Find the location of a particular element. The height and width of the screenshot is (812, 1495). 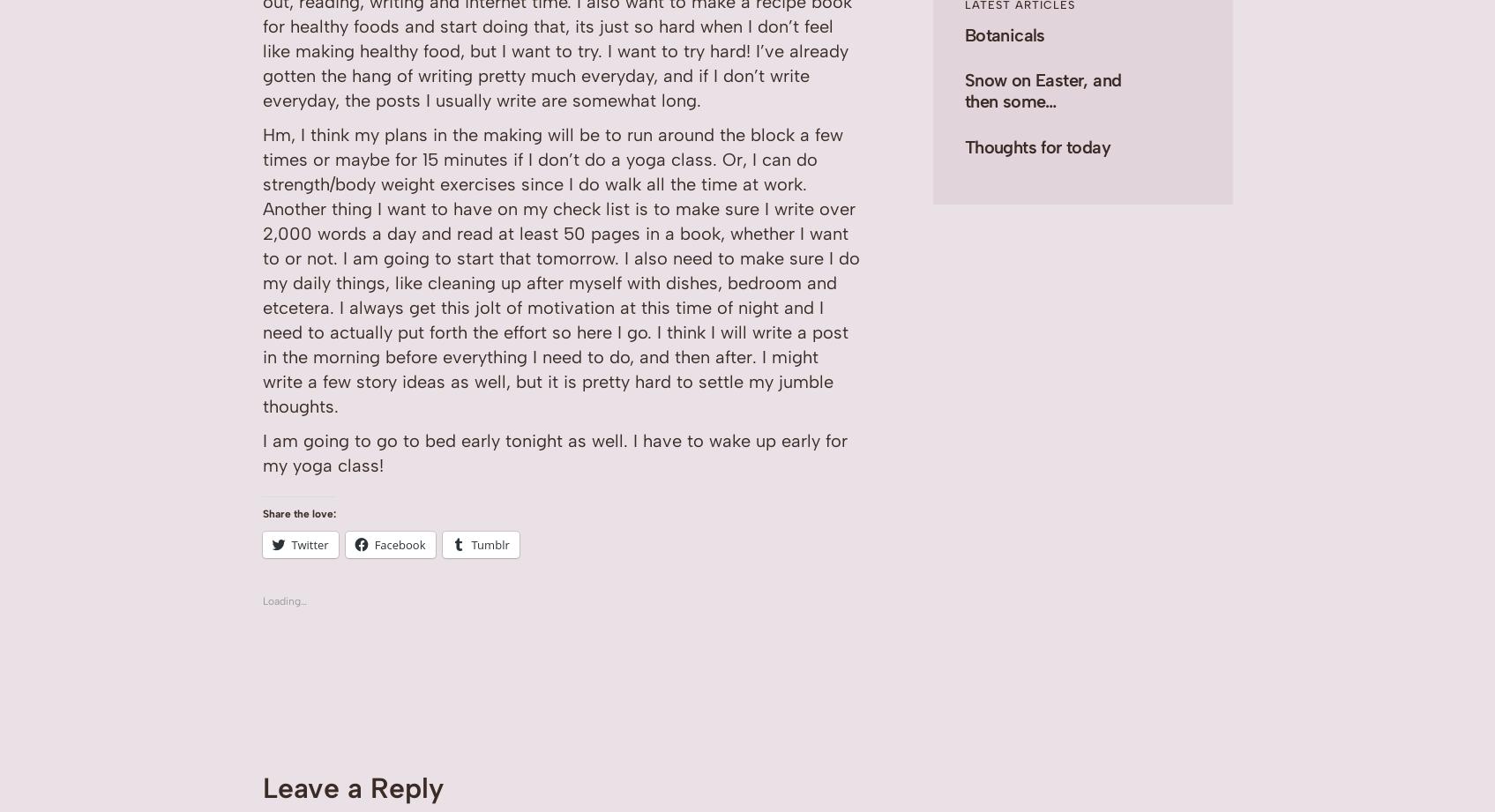

'Snow on Easter, and then some…' is located at coordinates (1042, 90).